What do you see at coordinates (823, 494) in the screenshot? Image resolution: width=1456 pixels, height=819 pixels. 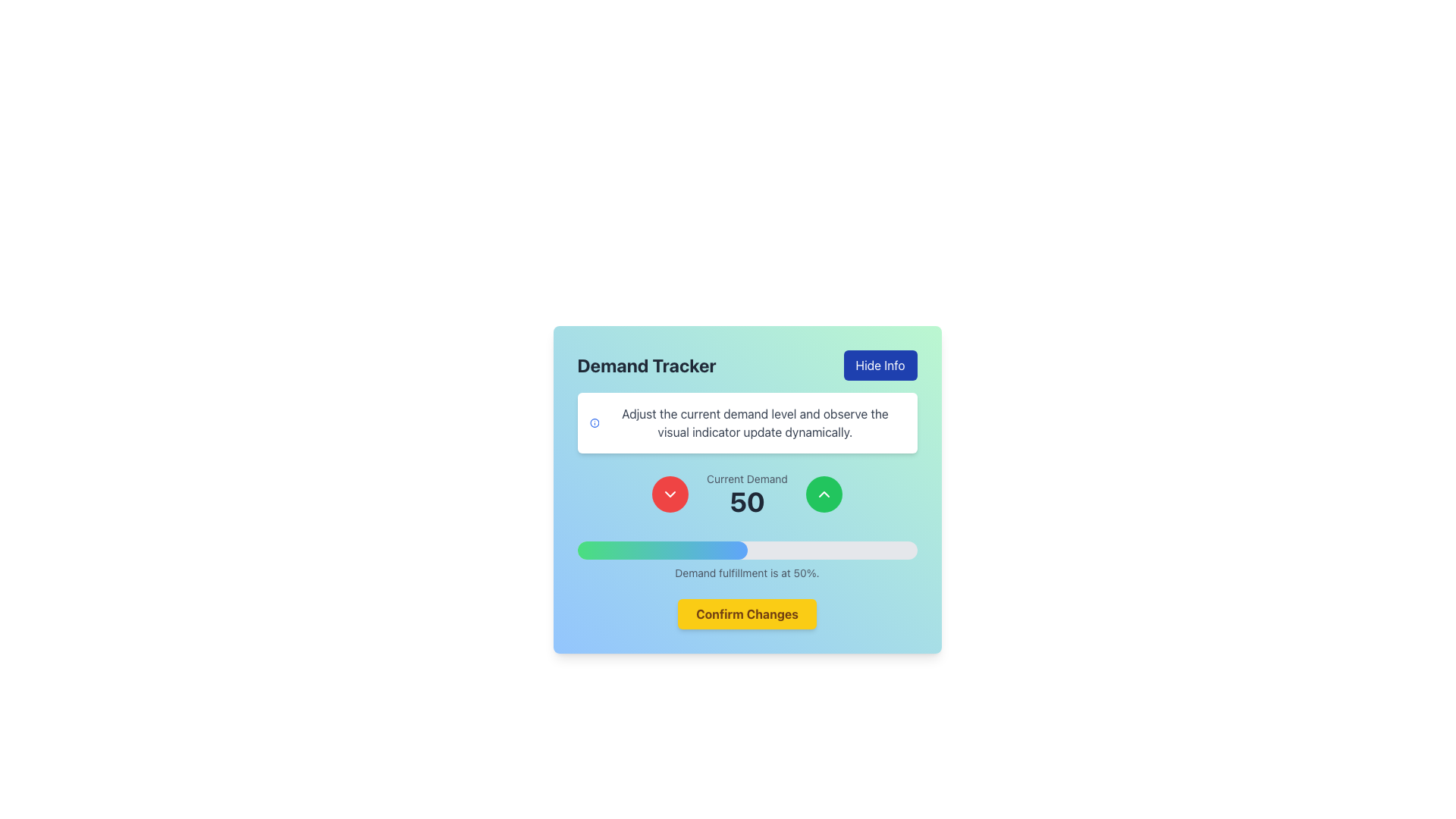 I see `the upward-pointing chevron icon button with a green circular background` at bounding box center [823, 494].